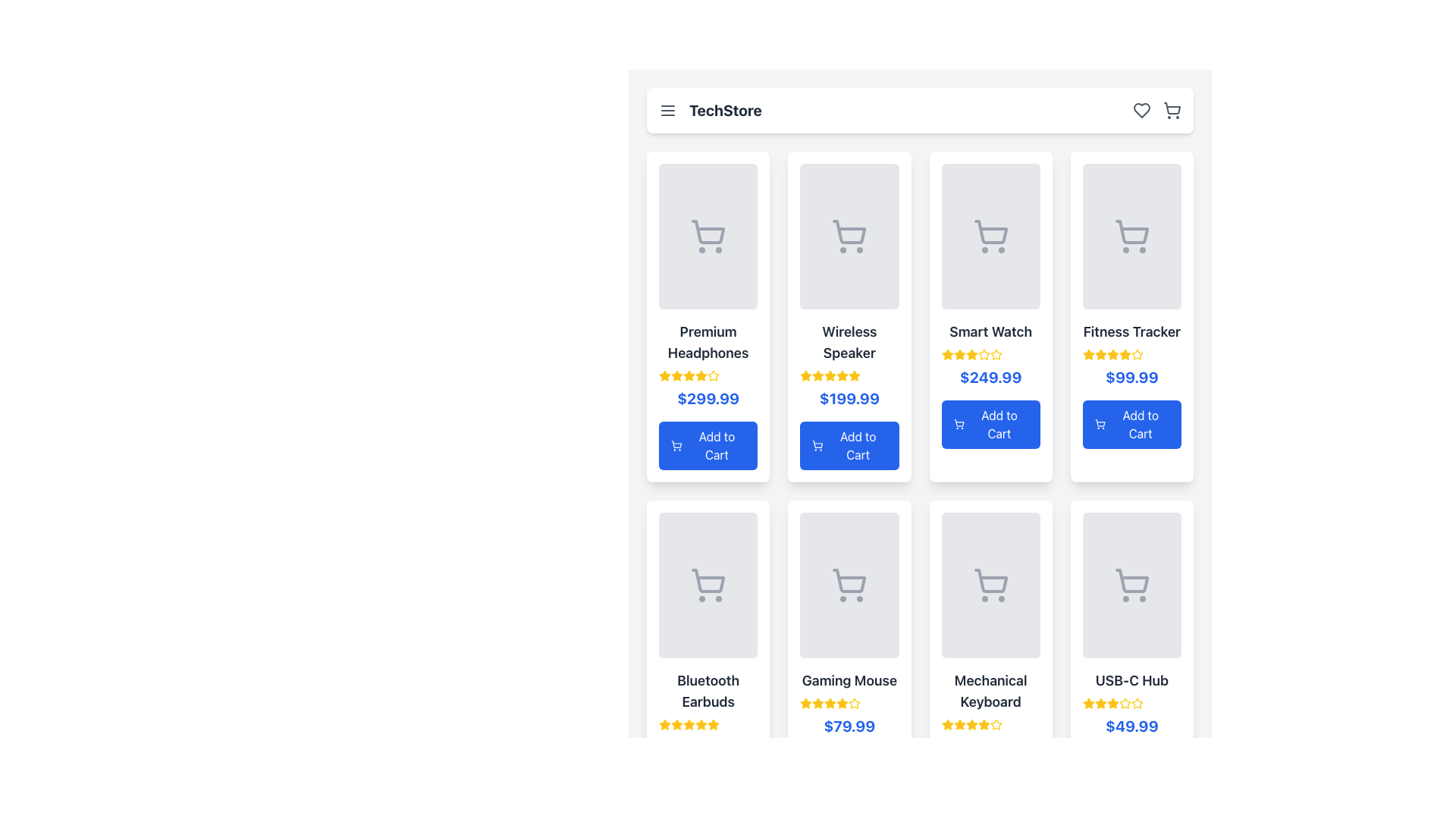 Image resolution: width=1456 pixels, height=819 pixels. I want to click on the star icon representing a single rating unit for the 'Gaming Mouse' to potentially alter the rating, so click(842, 703).